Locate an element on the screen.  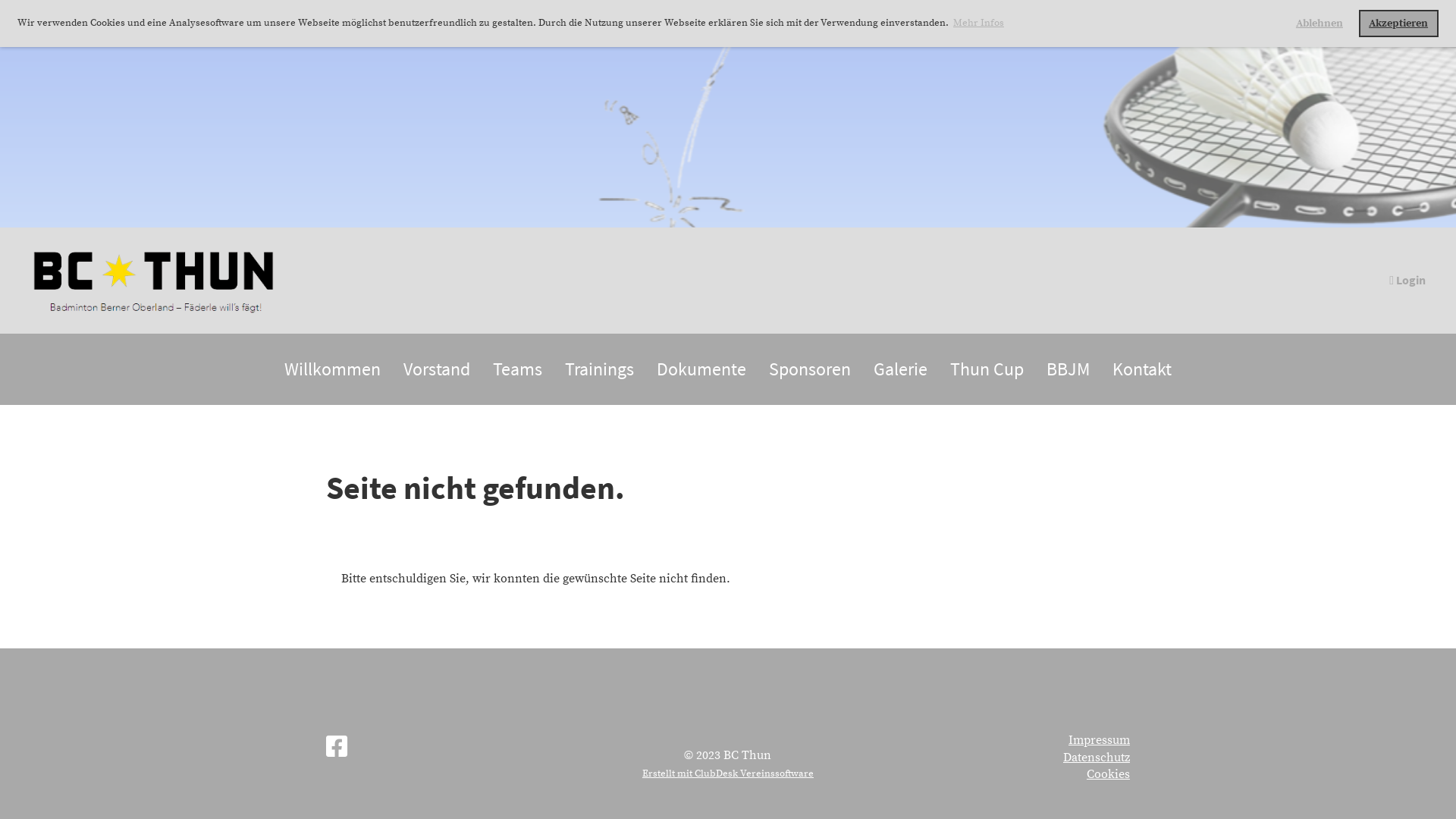
'Galerie' is located at coordinates (900, 369).